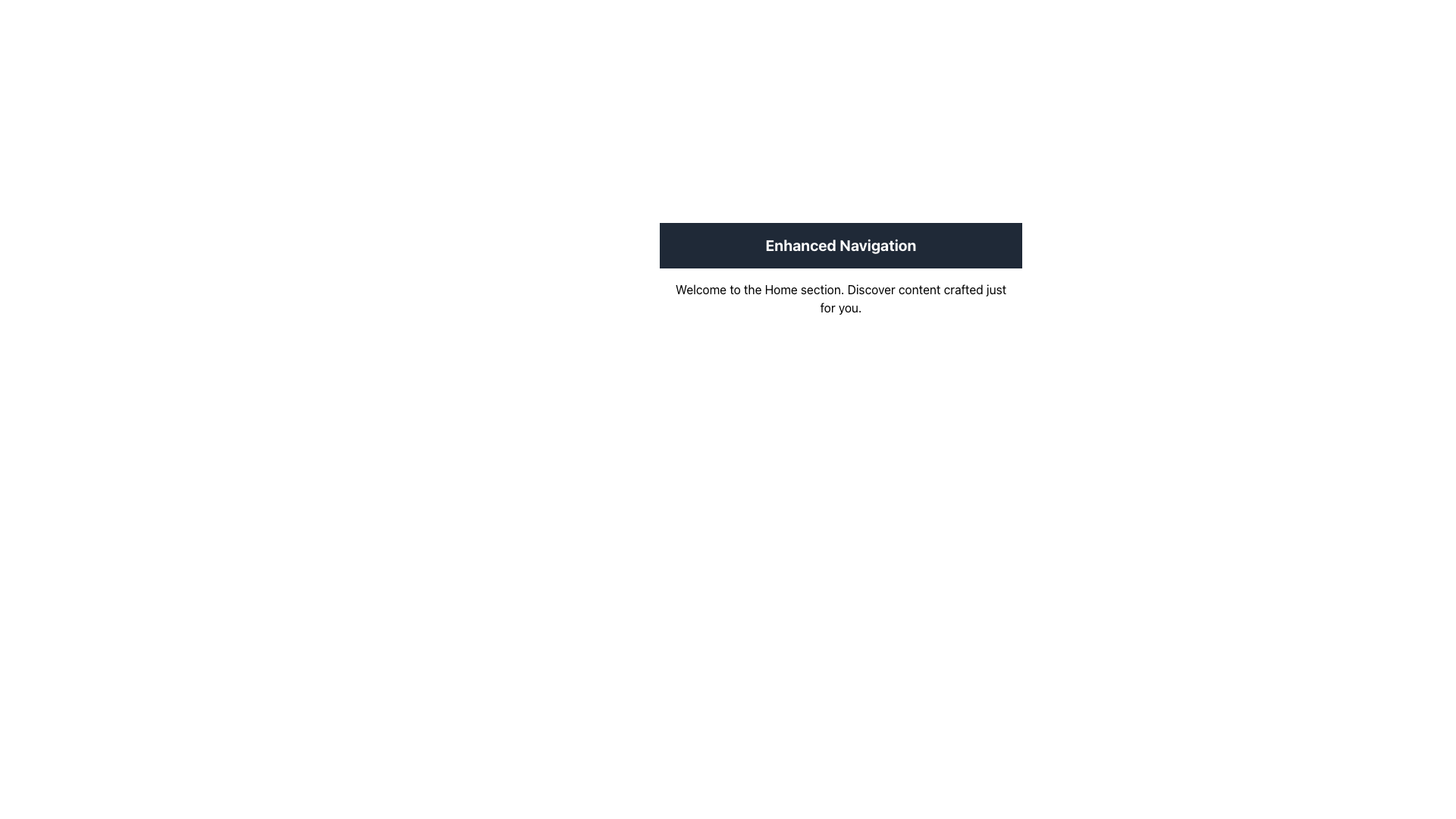 The width and height of the screenshot is (1456, 819). Describe the element at coordinates (839, 298) in the screenshot. I see `welcoming message in the Static Text Block located directly beneath the 'Enhanced Navigation' element` at that location.